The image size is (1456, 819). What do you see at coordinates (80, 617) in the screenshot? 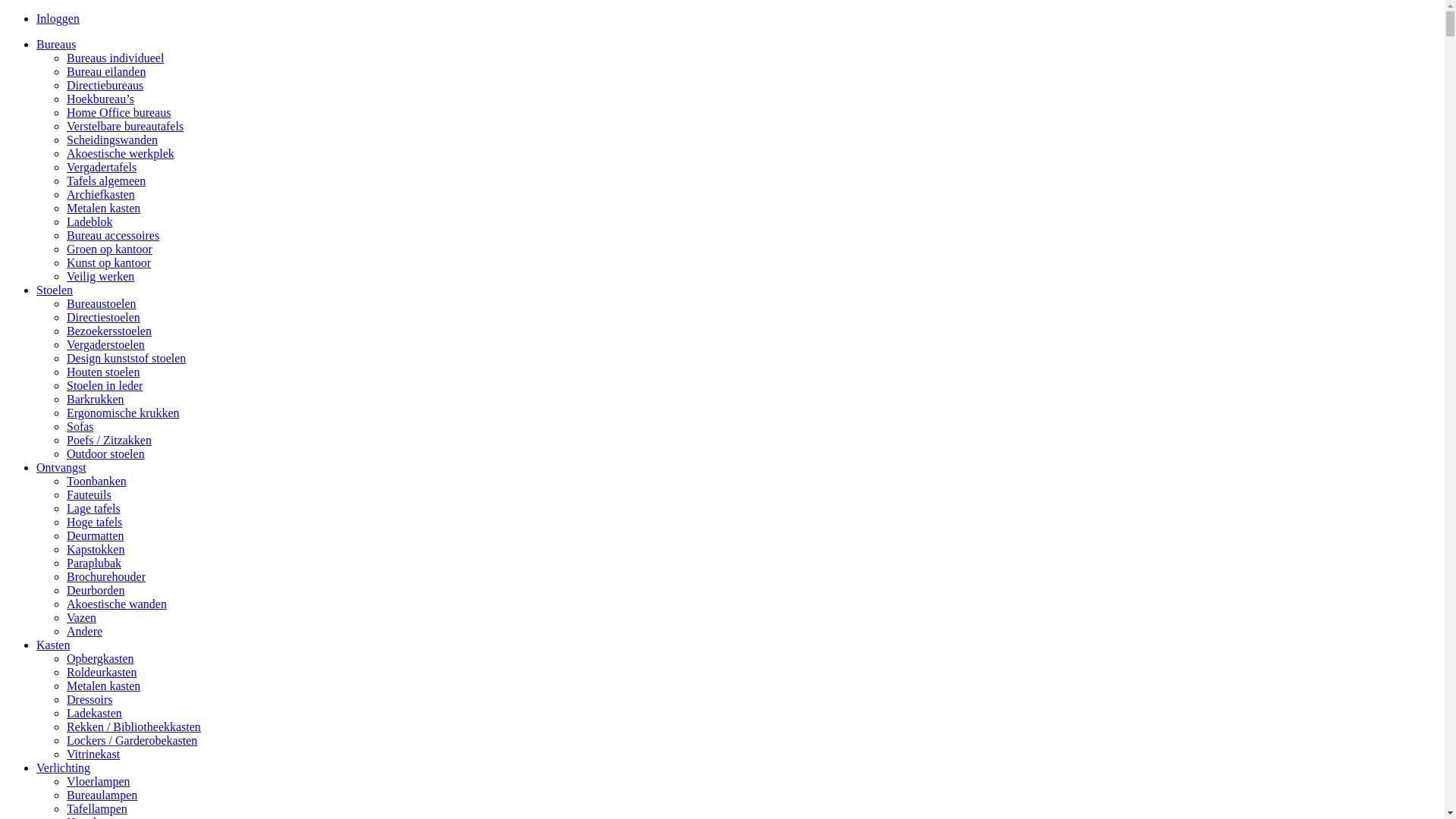
I see `'Vazen'` at bounding box center [80, 617].